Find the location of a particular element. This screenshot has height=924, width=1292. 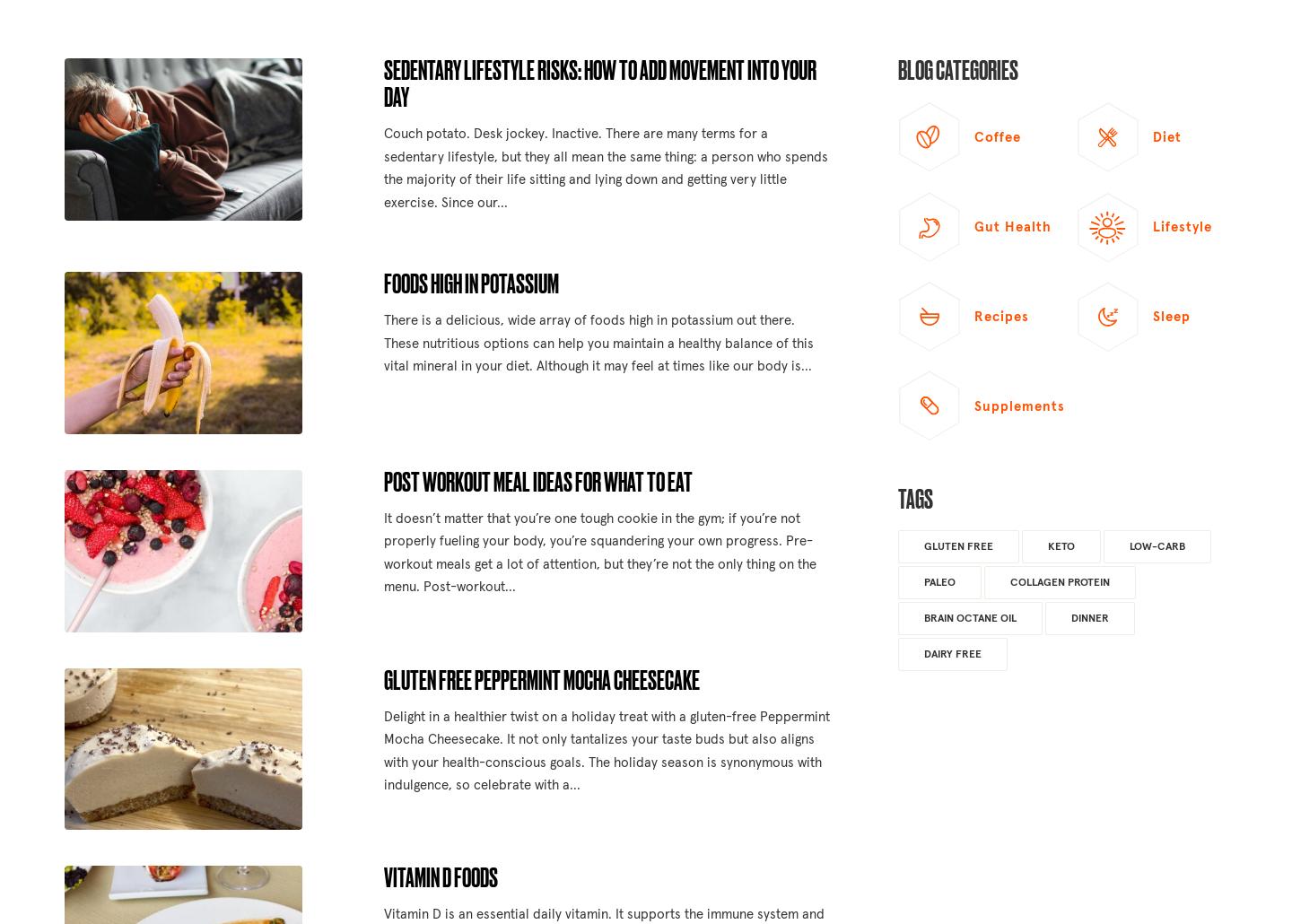

'Vitamin D Foods' is located at coordinates (439, 876).